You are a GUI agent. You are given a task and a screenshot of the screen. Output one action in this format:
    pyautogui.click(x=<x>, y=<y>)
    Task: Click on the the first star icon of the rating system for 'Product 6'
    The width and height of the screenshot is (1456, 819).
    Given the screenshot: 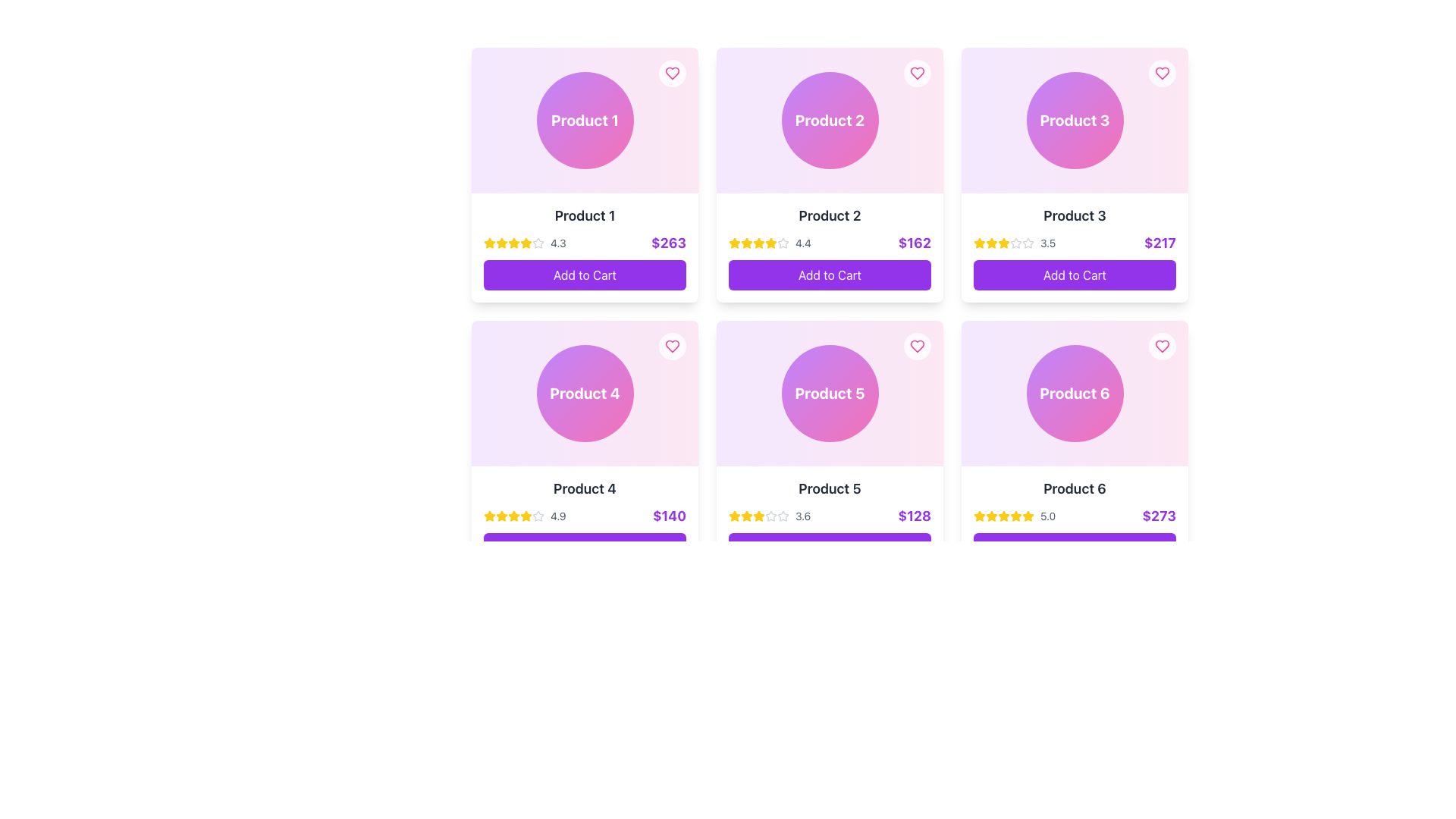 What is the action you would take?
    pyautogui.click(x=979, y=516)
    